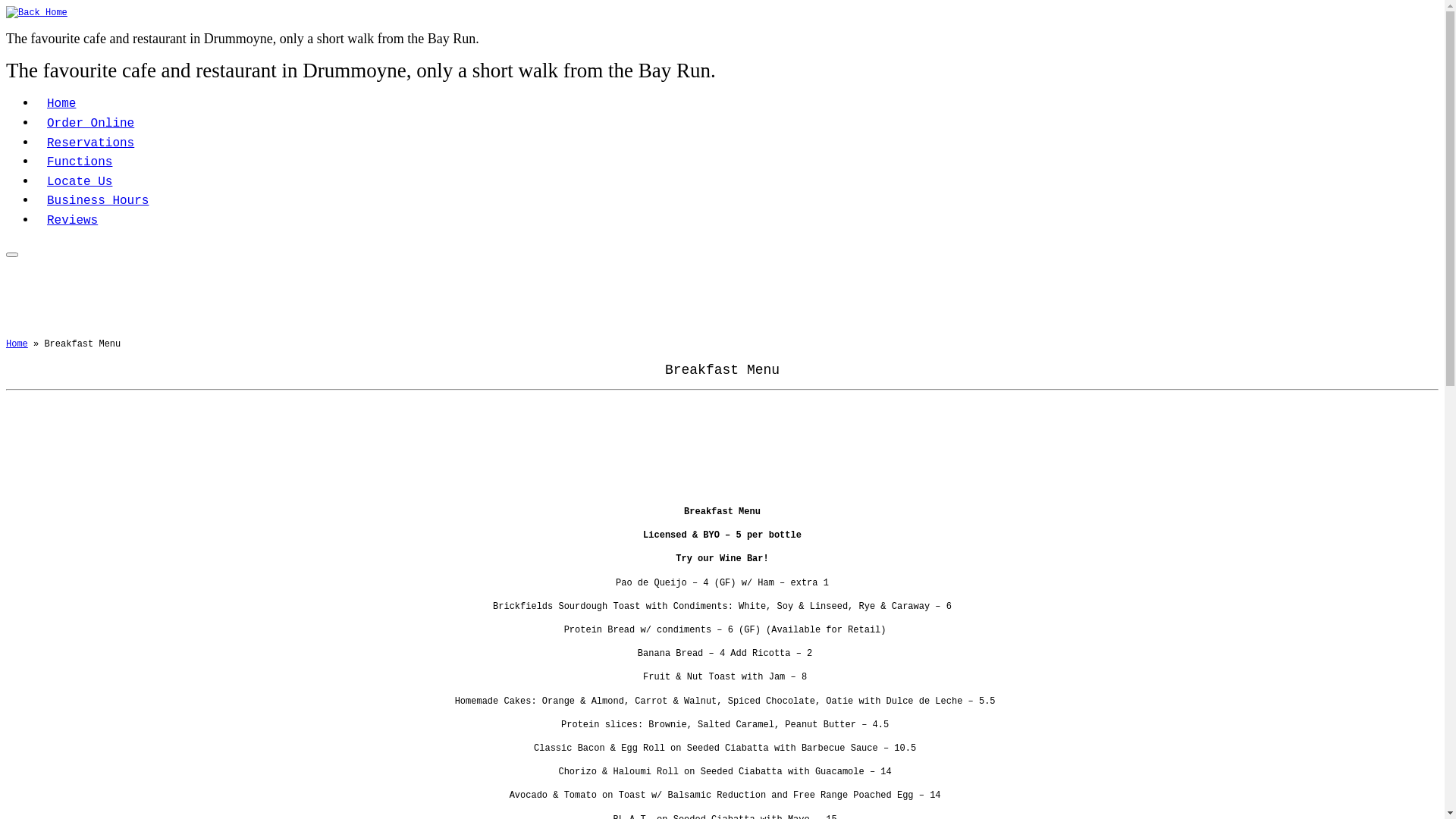 This screenshot has width=1456, height=819. What do you see at coordinates (36, 162) in the screenshot?
I see `'Functions'` at bounding box center [36, 162].